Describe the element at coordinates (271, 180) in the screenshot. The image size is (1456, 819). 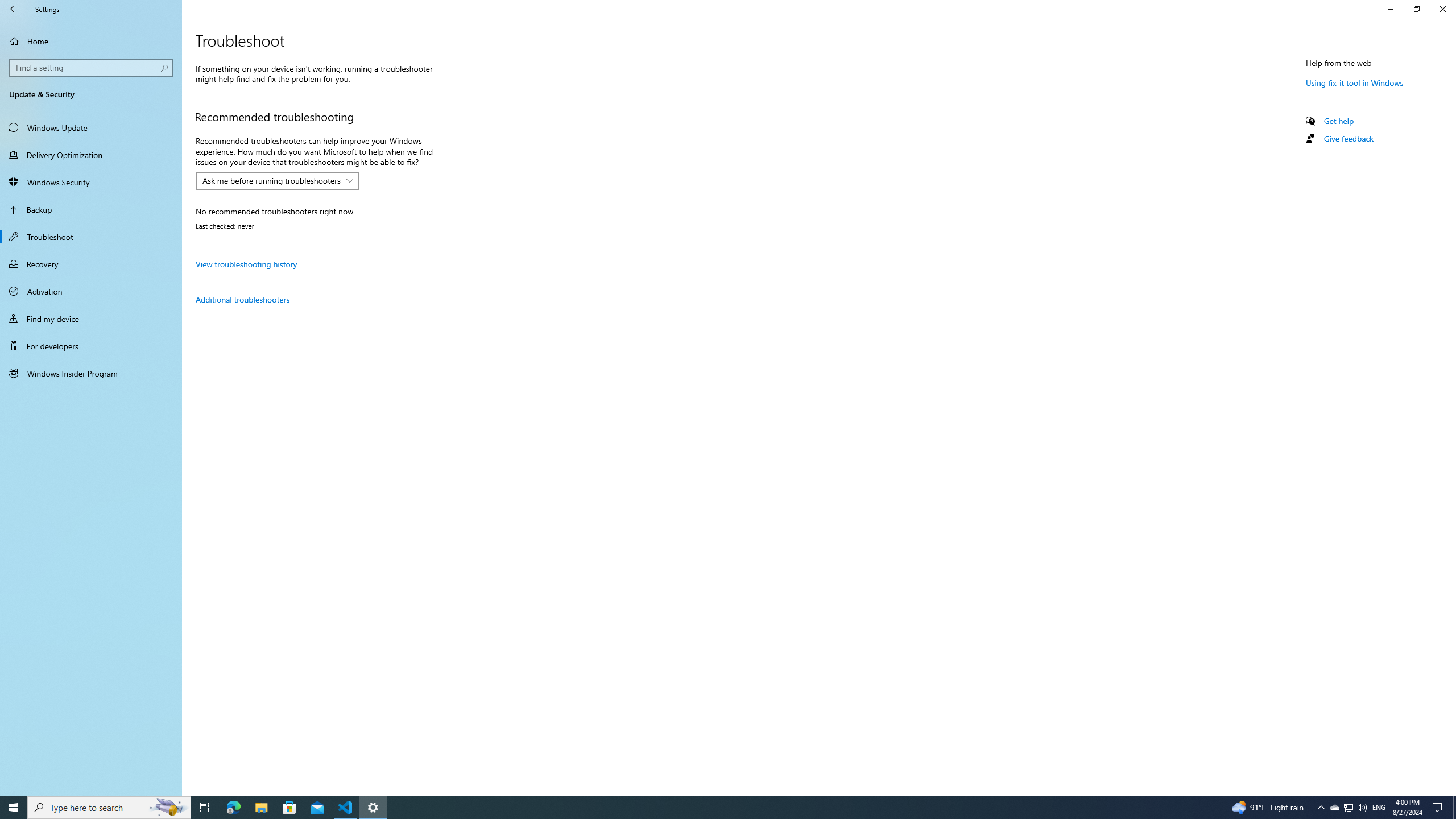
I see `'Ask me before running troubleshooters'` at that location.